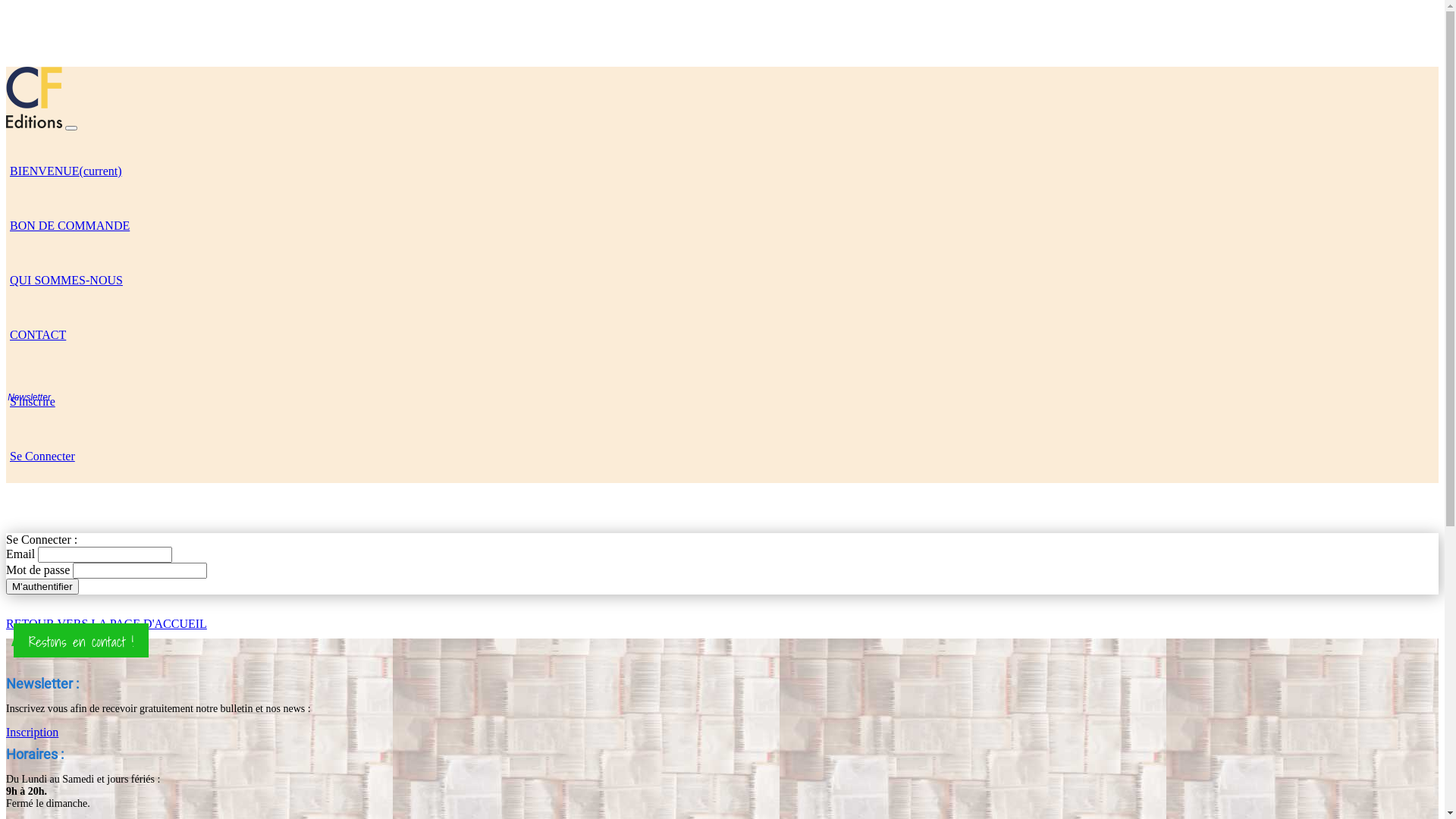 The height and width of the screenshot is (819, 1456). Describe the element at coordinates (6, 400) in the screenshot. I see `'Newsletter` at that location.